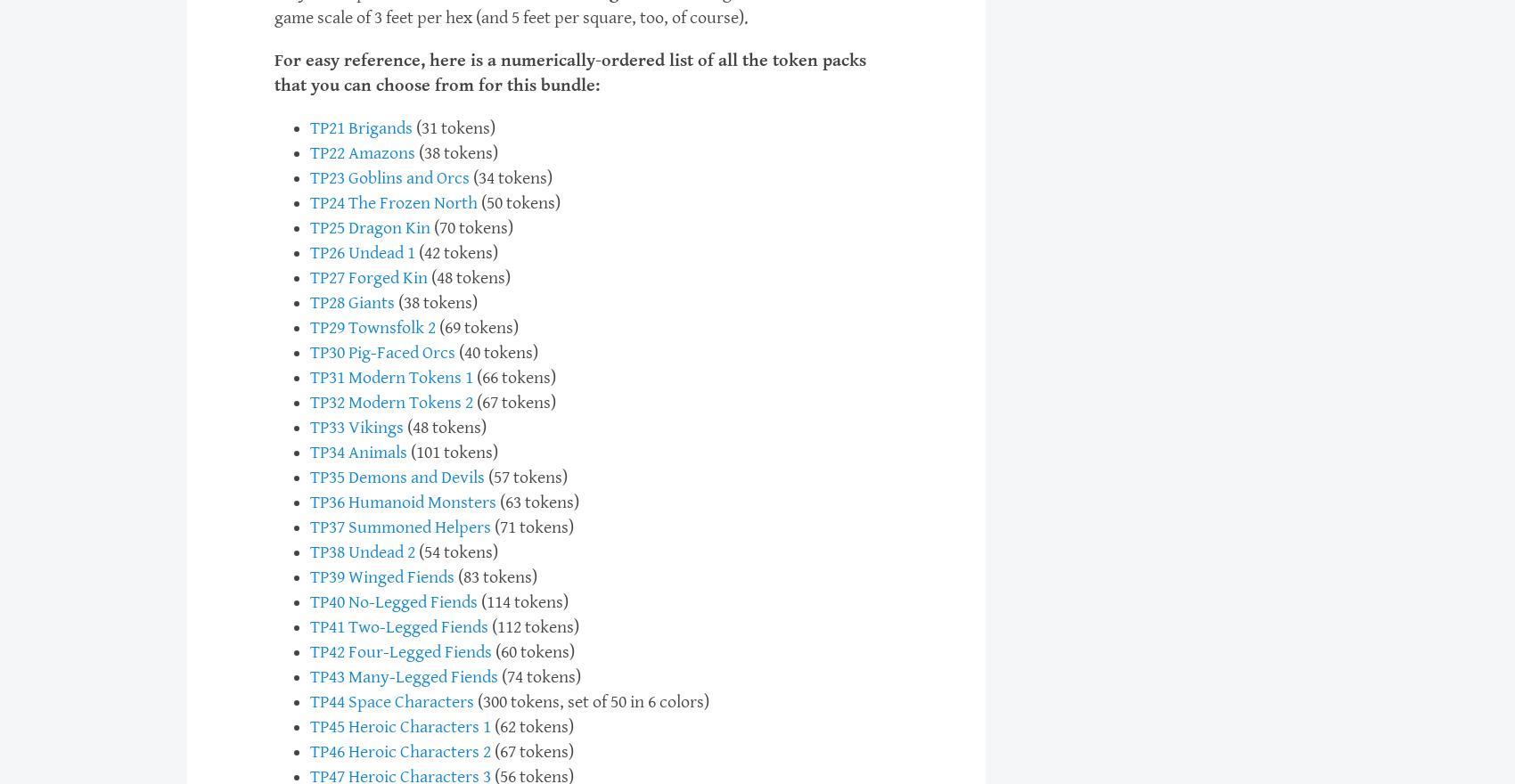 This screenshot has width=1515, height=784. Describe the element at coordinates (592, 702) in the screenshot. I see `'(300 tokens, set of 50 in 6 colors)'` at that location.